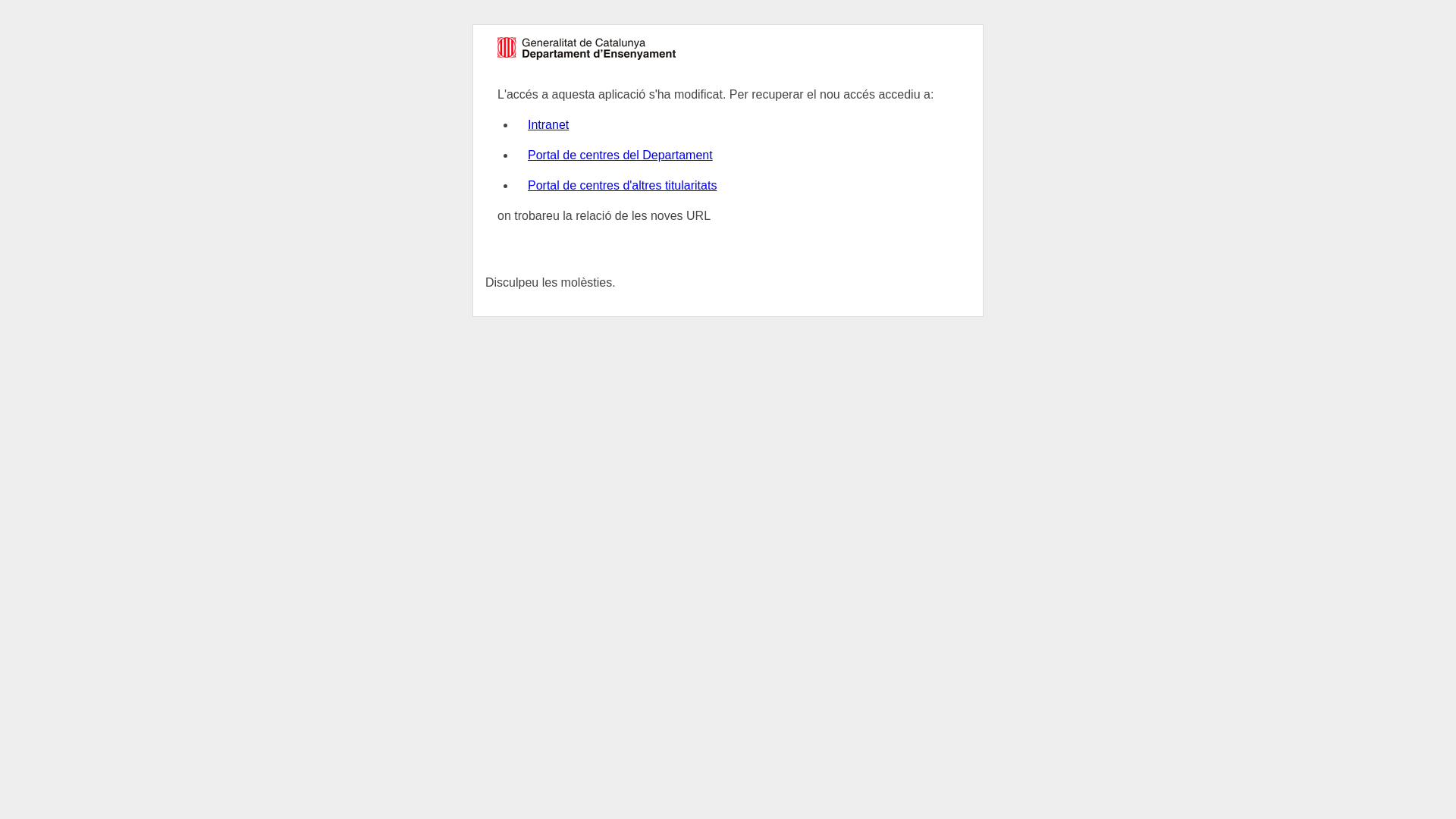  Describe the element at coordinates (548, 124) in the screenshot. I see `'Intranet'` at that location.